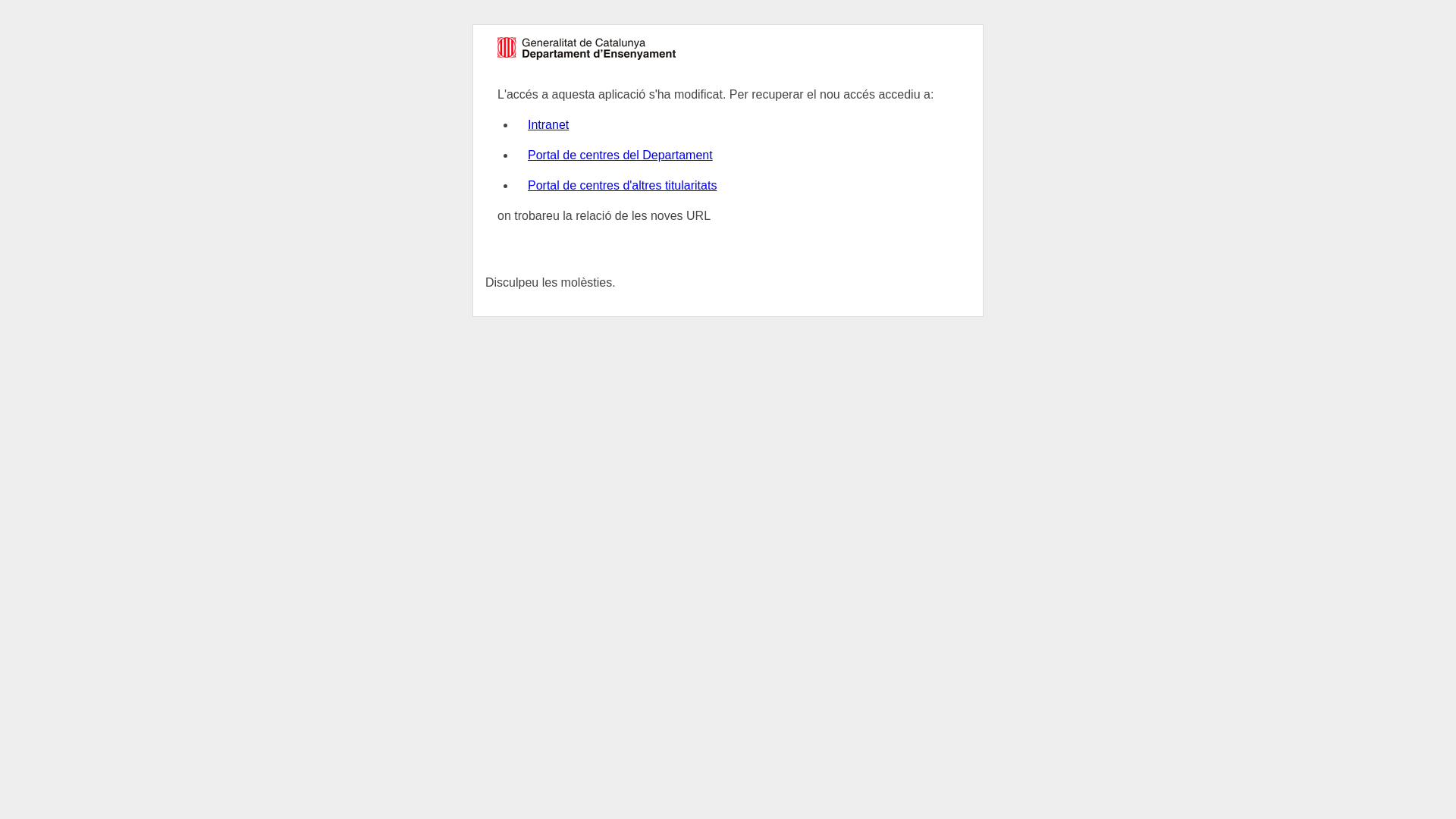  Describe the element at coordinates (548, 124) in the screenshot. I see `'Intranet'` at that location.